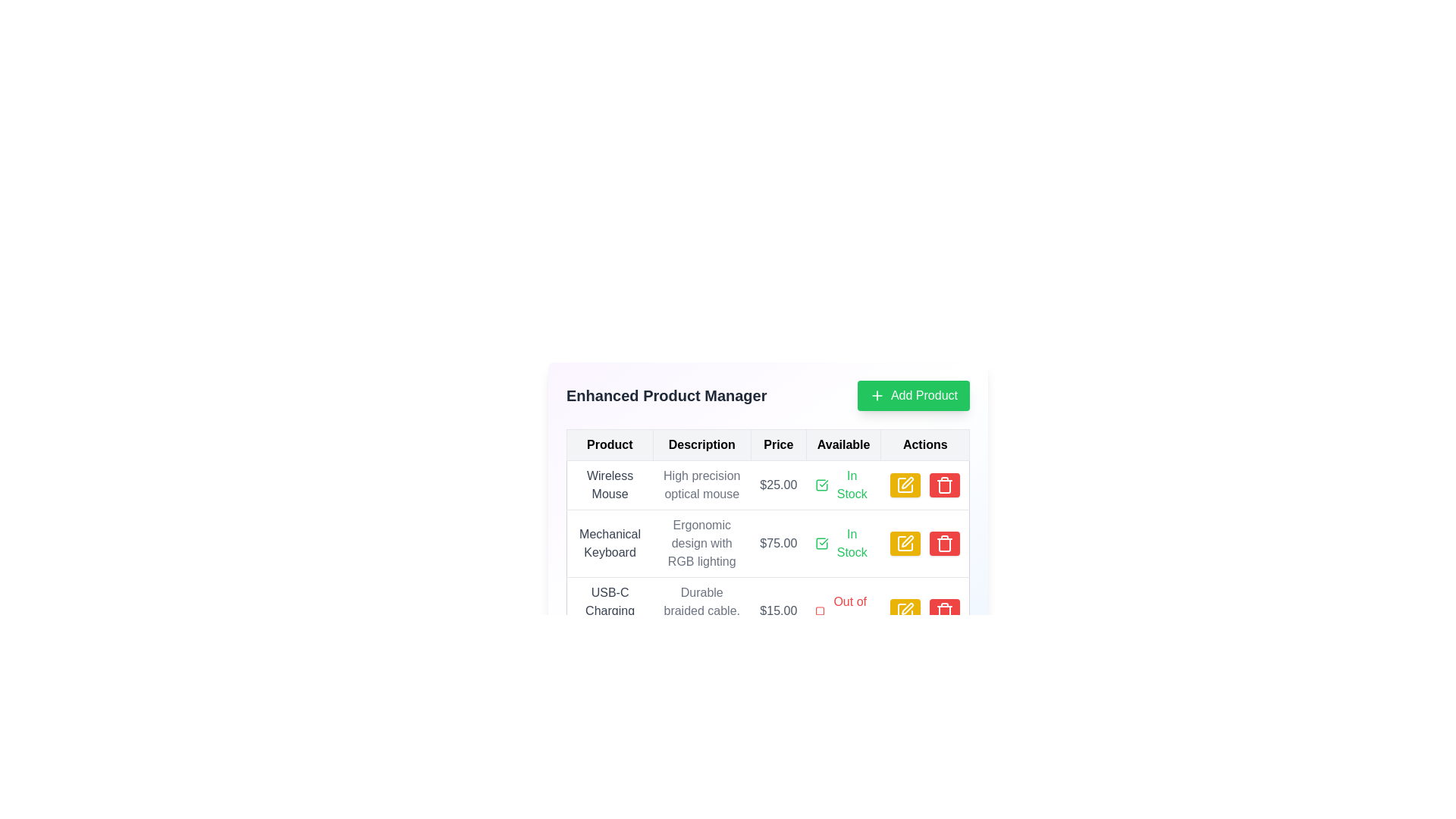 This screenshot has height=819, width=1456. What do you see at coordinates (905, 610) in the screenshot?
I see `the edit icon, which is a drawn segment of a square located in the 'Actions' column of the last row in the products table, to initiate editing` at bounding box center [905, 610].